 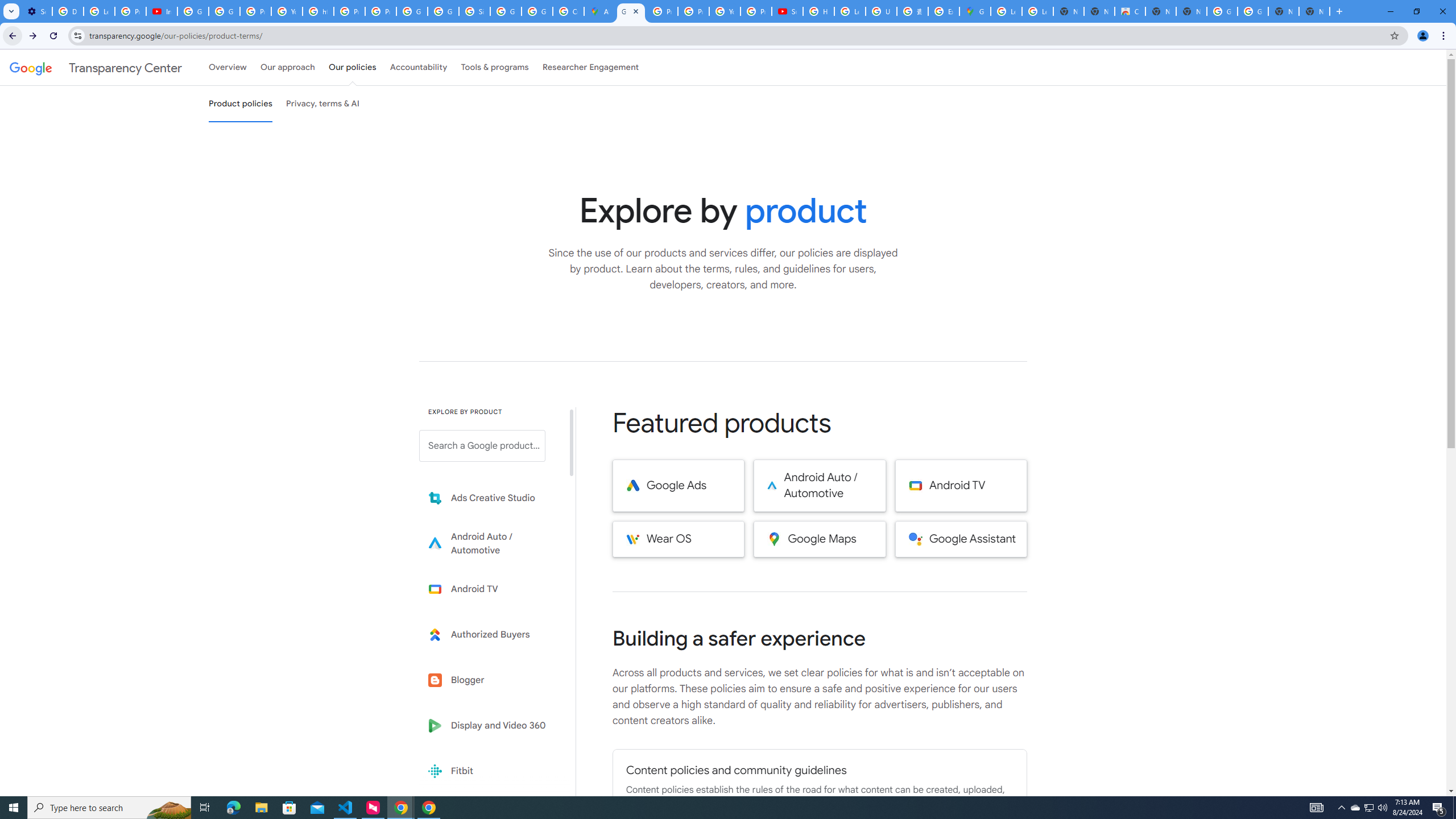 What do you see at coordinates (568, 11) in the screenshot?
I see `'Create your Google Account'` at bounding box center [568, 11].